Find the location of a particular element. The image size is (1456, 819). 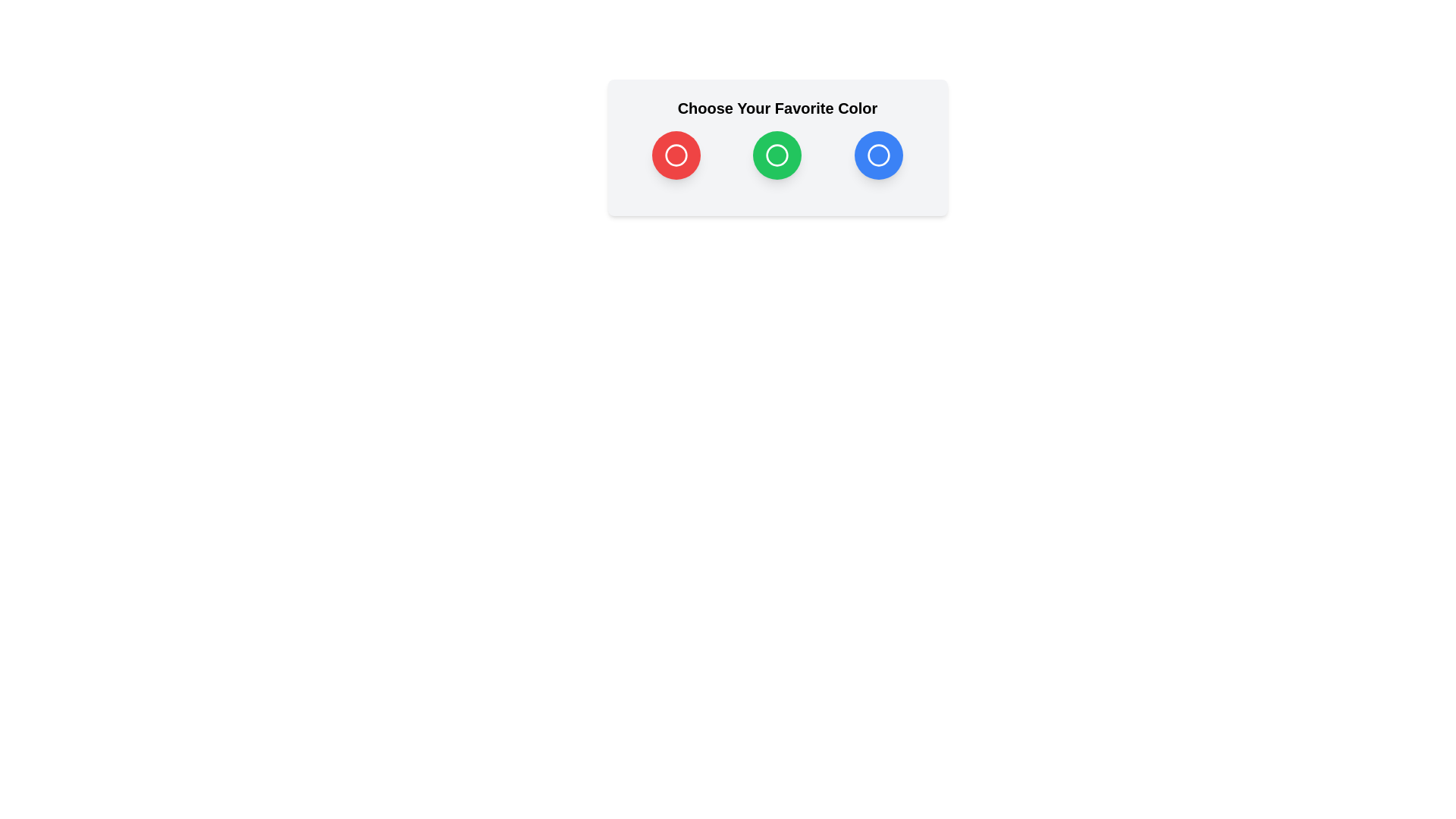

the color Blue from the options available is located at coordinates (878, 155).